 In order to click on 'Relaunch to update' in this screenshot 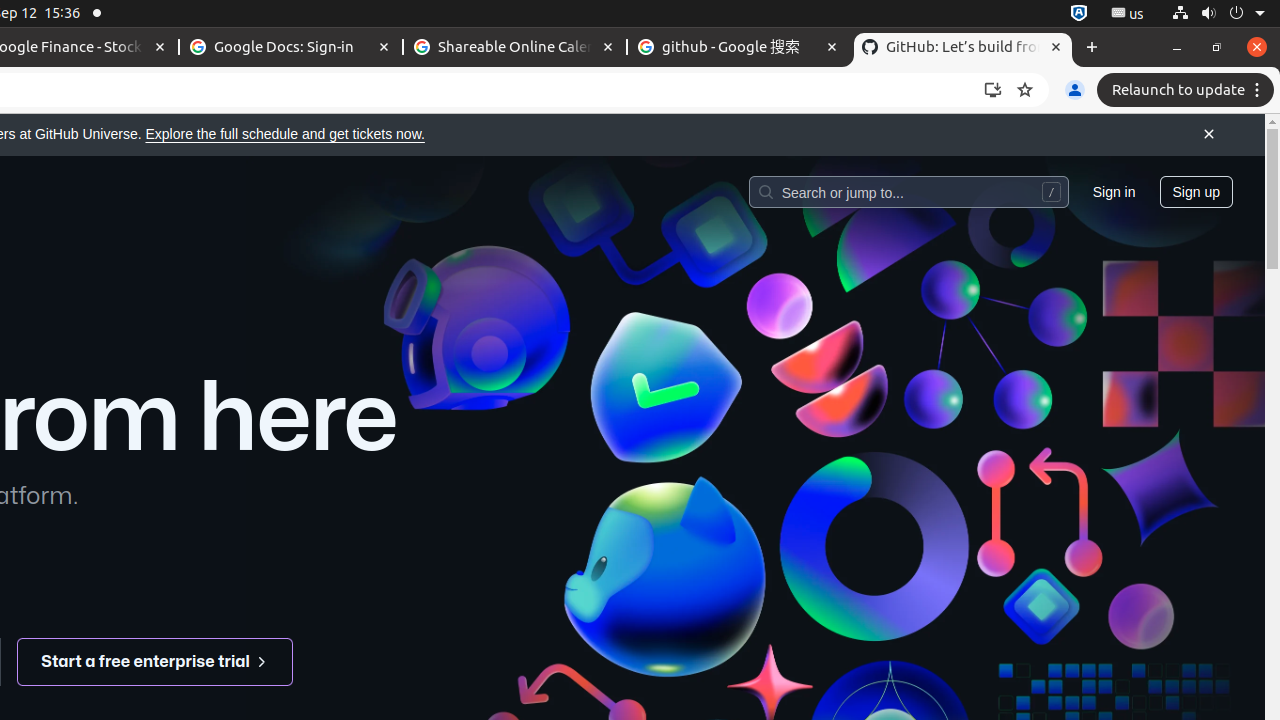, I will do `click(1188, 90)`.